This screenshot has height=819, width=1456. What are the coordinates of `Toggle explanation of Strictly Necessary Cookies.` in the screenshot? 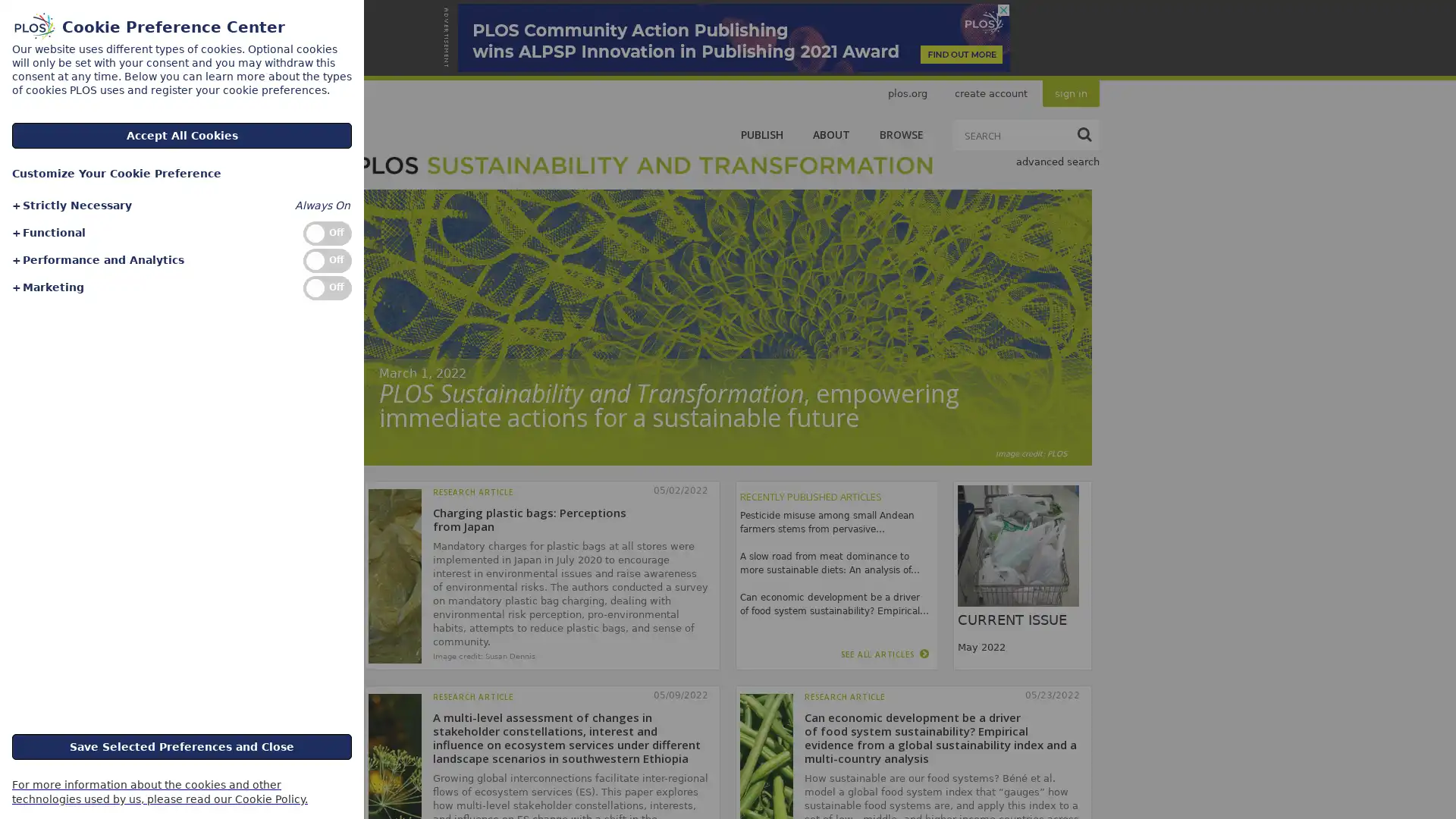 It's located at (71, 206).